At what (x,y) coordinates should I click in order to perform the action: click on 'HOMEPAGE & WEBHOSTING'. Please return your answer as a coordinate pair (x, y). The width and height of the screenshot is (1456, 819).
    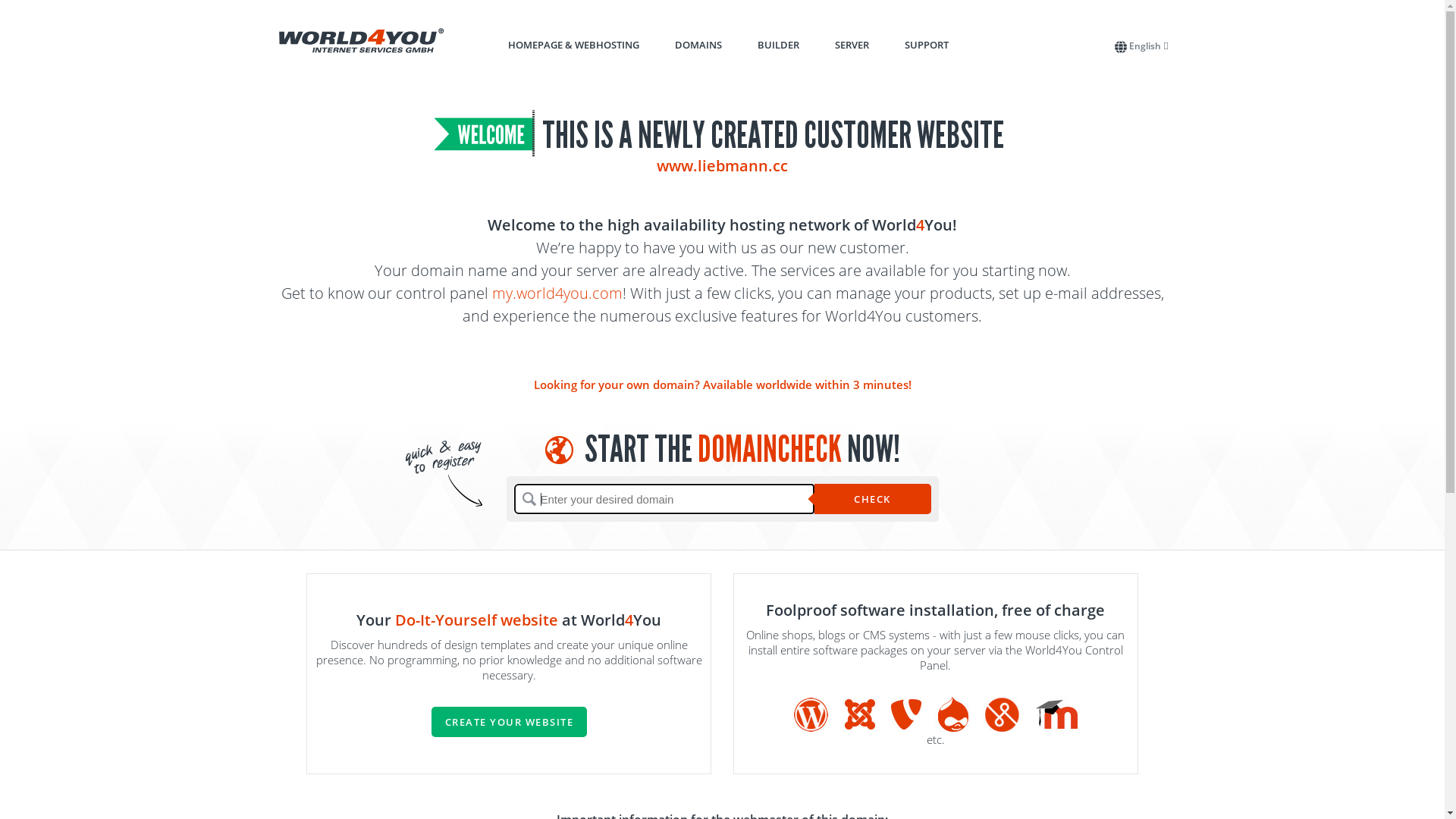
    Looking at the image, I should click on (508, 43).